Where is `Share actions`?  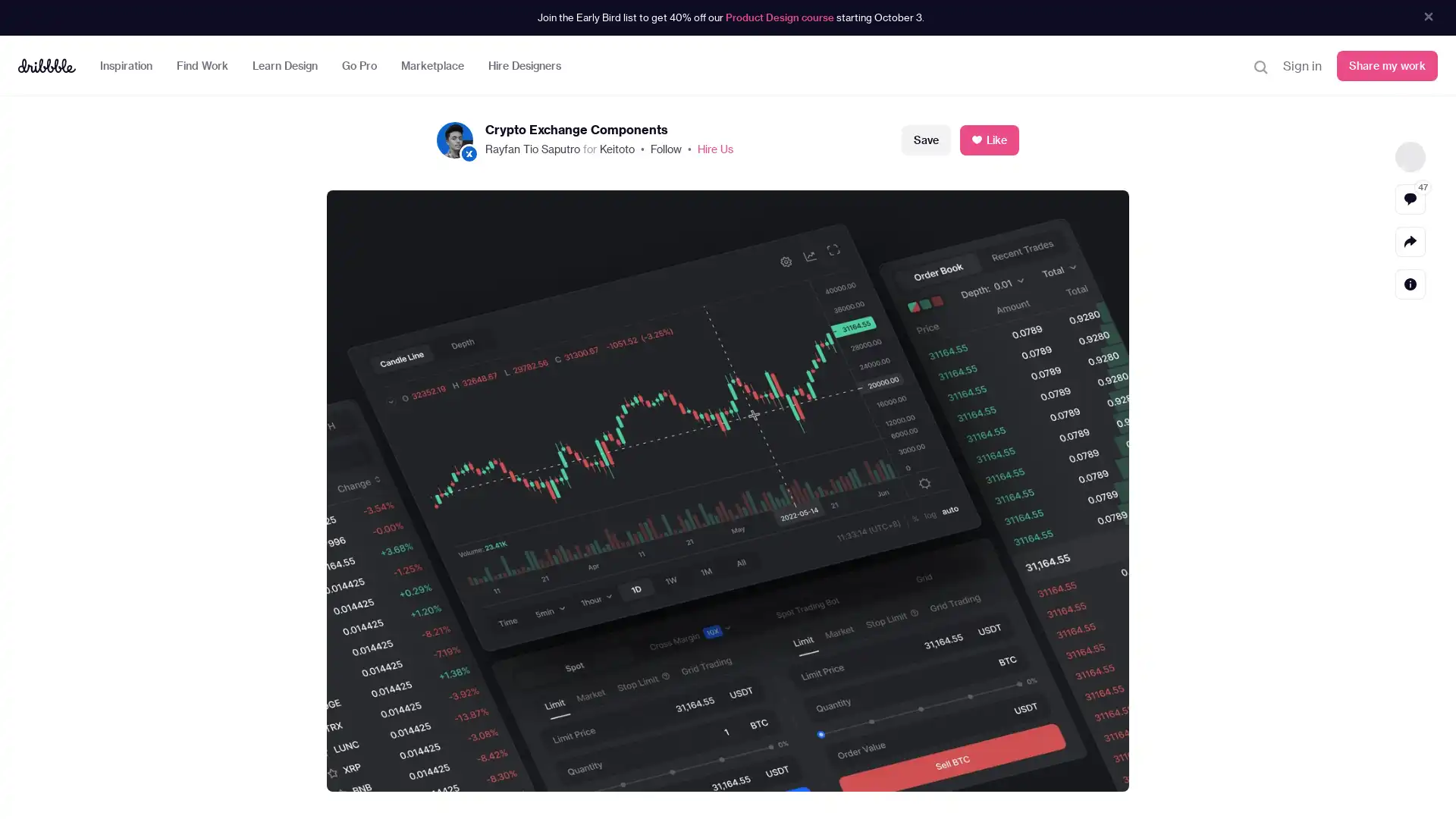
Share actions is located at coordinates (1410, 240).